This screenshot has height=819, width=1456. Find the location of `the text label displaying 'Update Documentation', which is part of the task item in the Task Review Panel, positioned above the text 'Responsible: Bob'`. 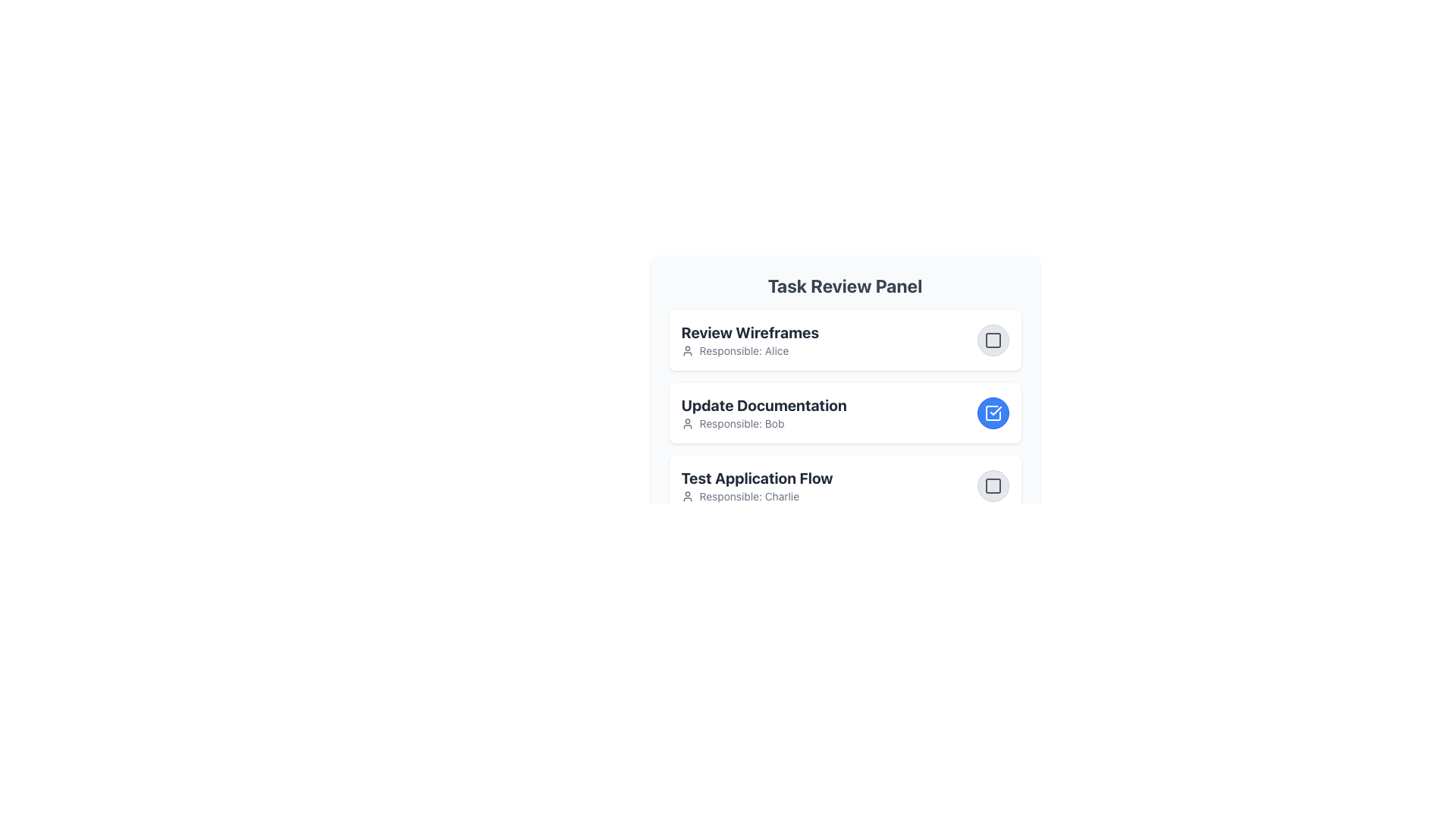

the text label displaying 'Update Documentation', which is part of the task item in the Task Review Panel, positioned above the text 'Responsible: Bob' is located at coordinates (764, 405).